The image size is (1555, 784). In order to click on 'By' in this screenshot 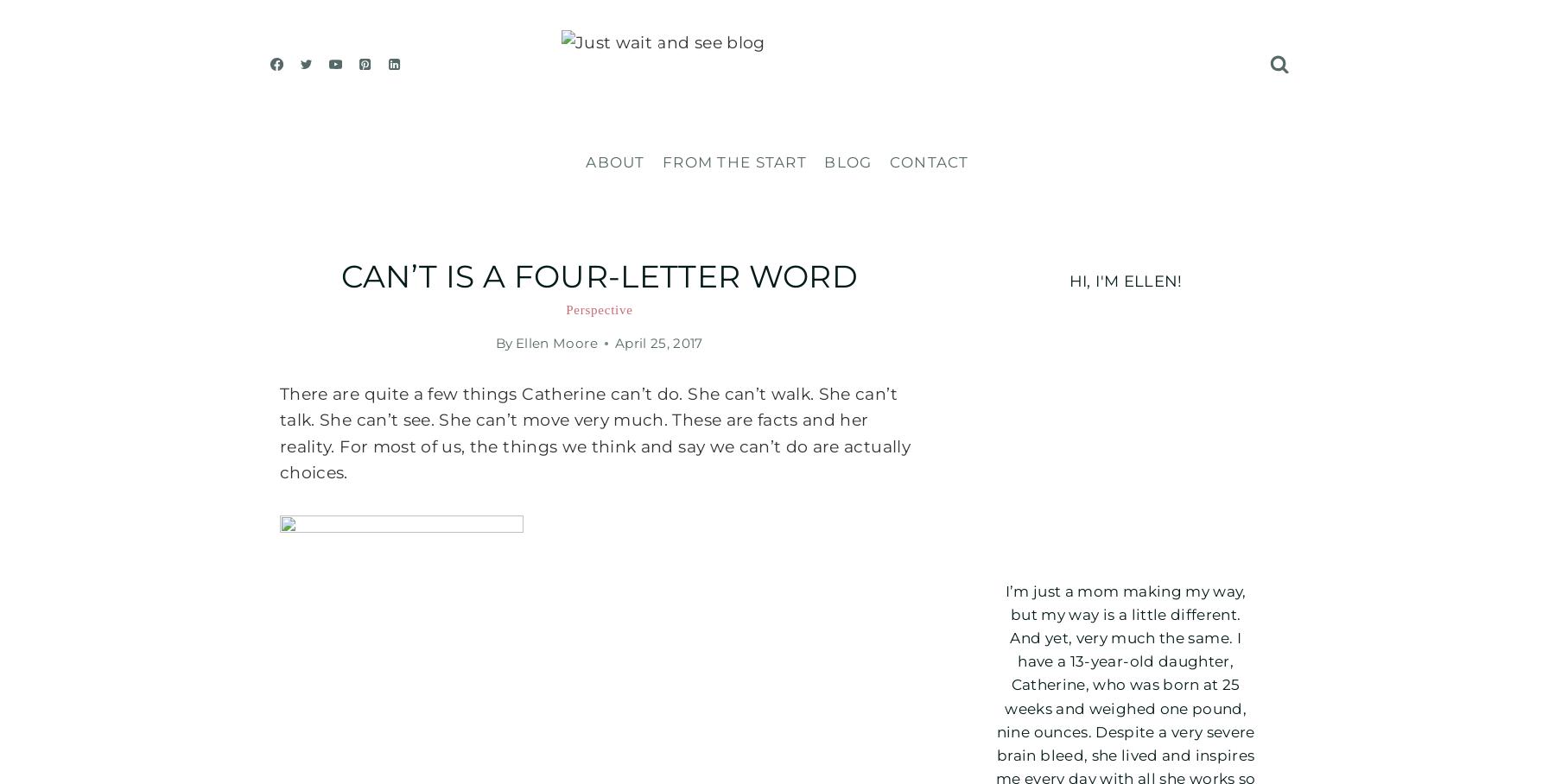, I will do `click(504, 341)`.